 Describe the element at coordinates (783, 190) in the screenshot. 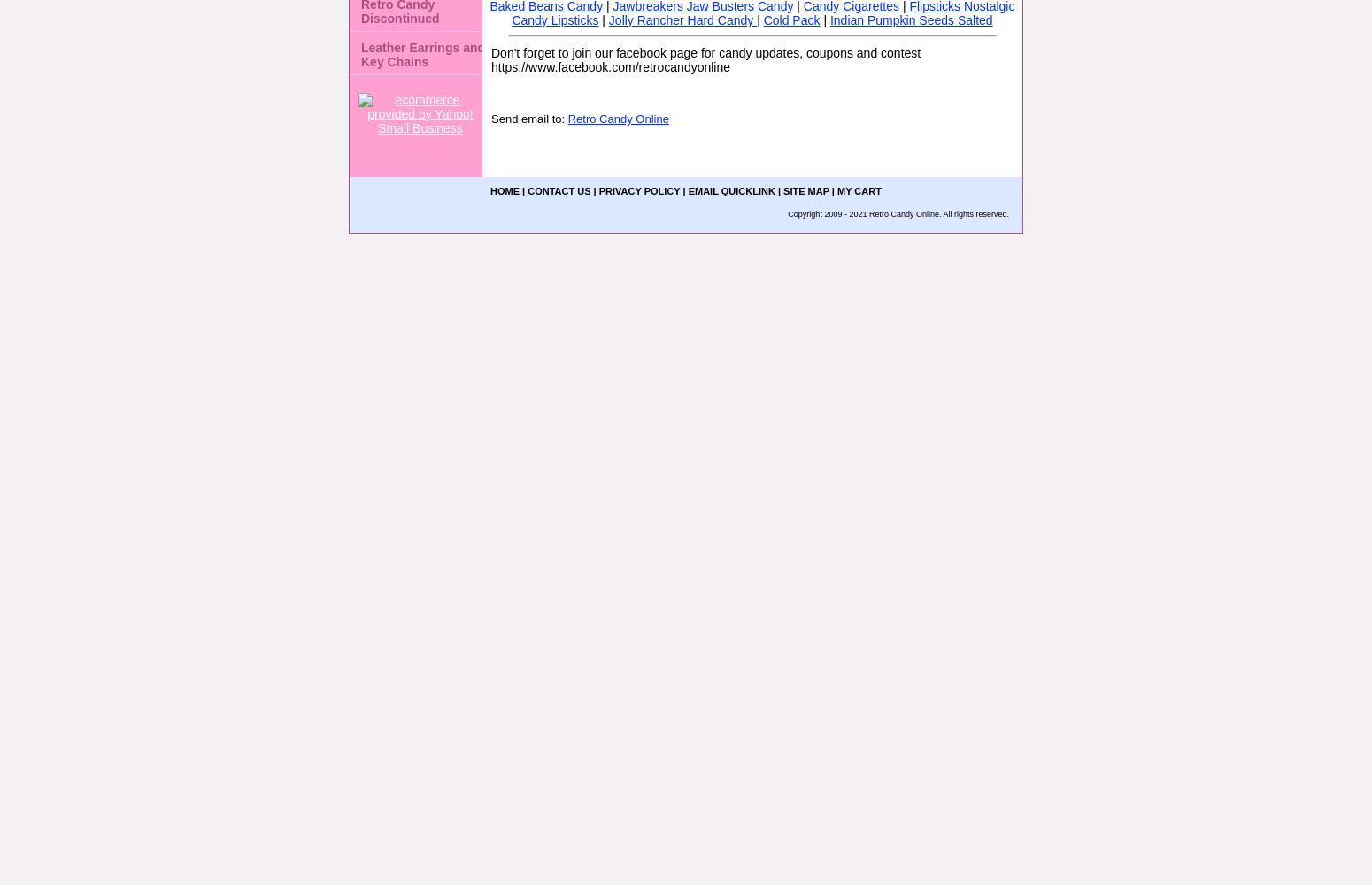

I see `'Site Map'` at that location.